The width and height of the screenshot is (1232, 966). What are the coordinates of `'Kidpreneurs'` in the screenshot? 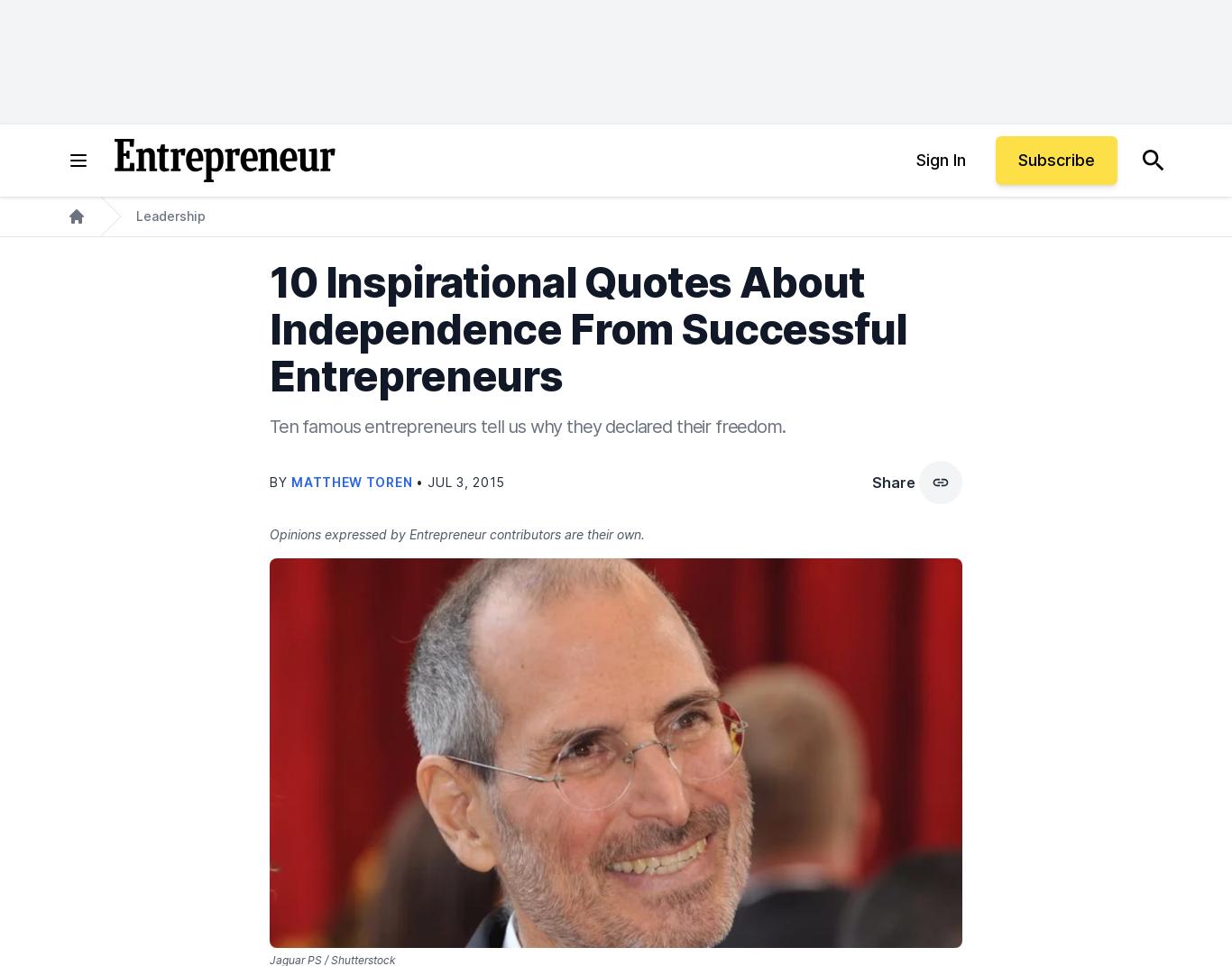 It's located at (831, 123).